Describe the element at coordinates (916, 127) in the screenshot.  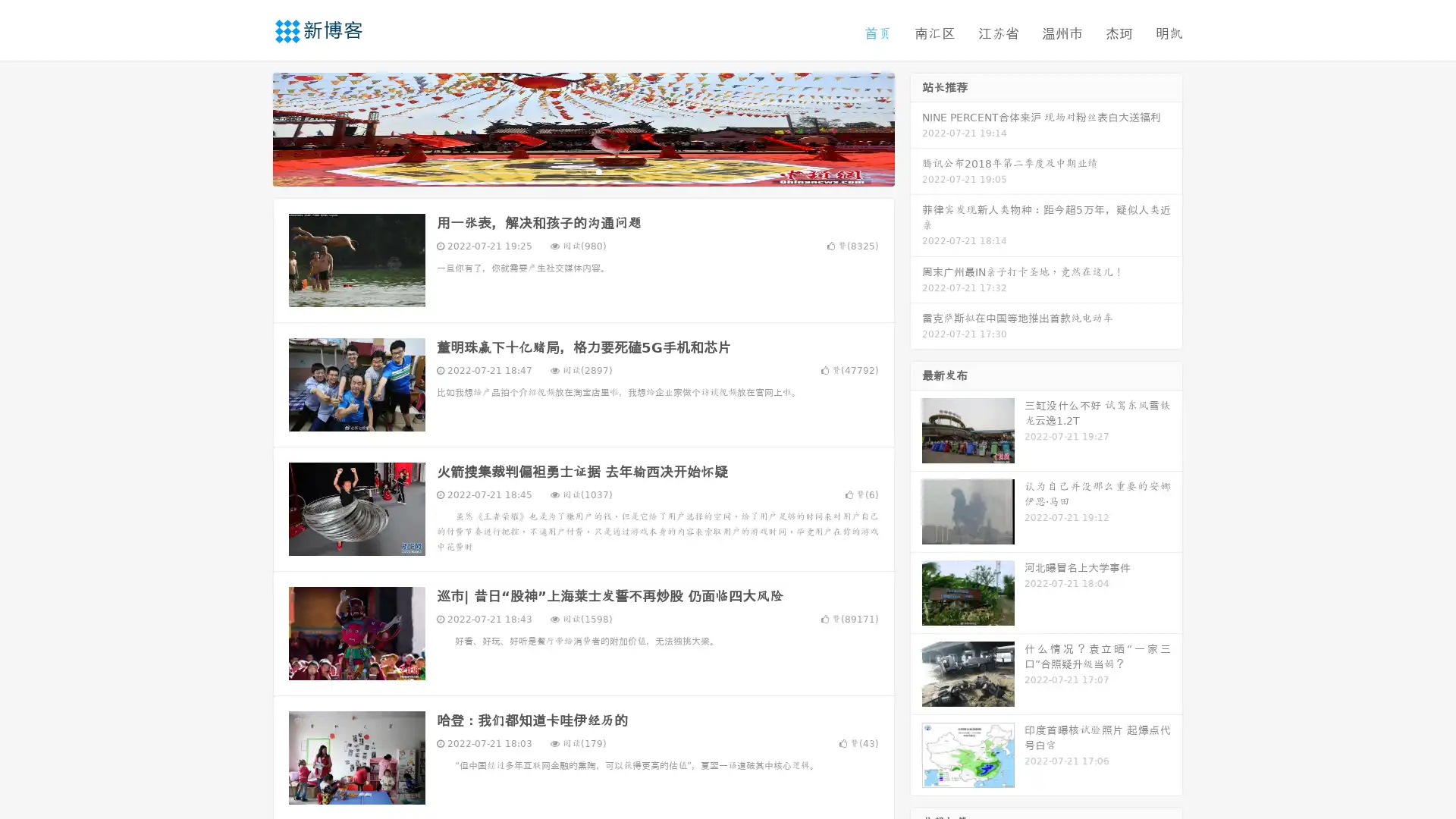
I see `Next slide` at that location.